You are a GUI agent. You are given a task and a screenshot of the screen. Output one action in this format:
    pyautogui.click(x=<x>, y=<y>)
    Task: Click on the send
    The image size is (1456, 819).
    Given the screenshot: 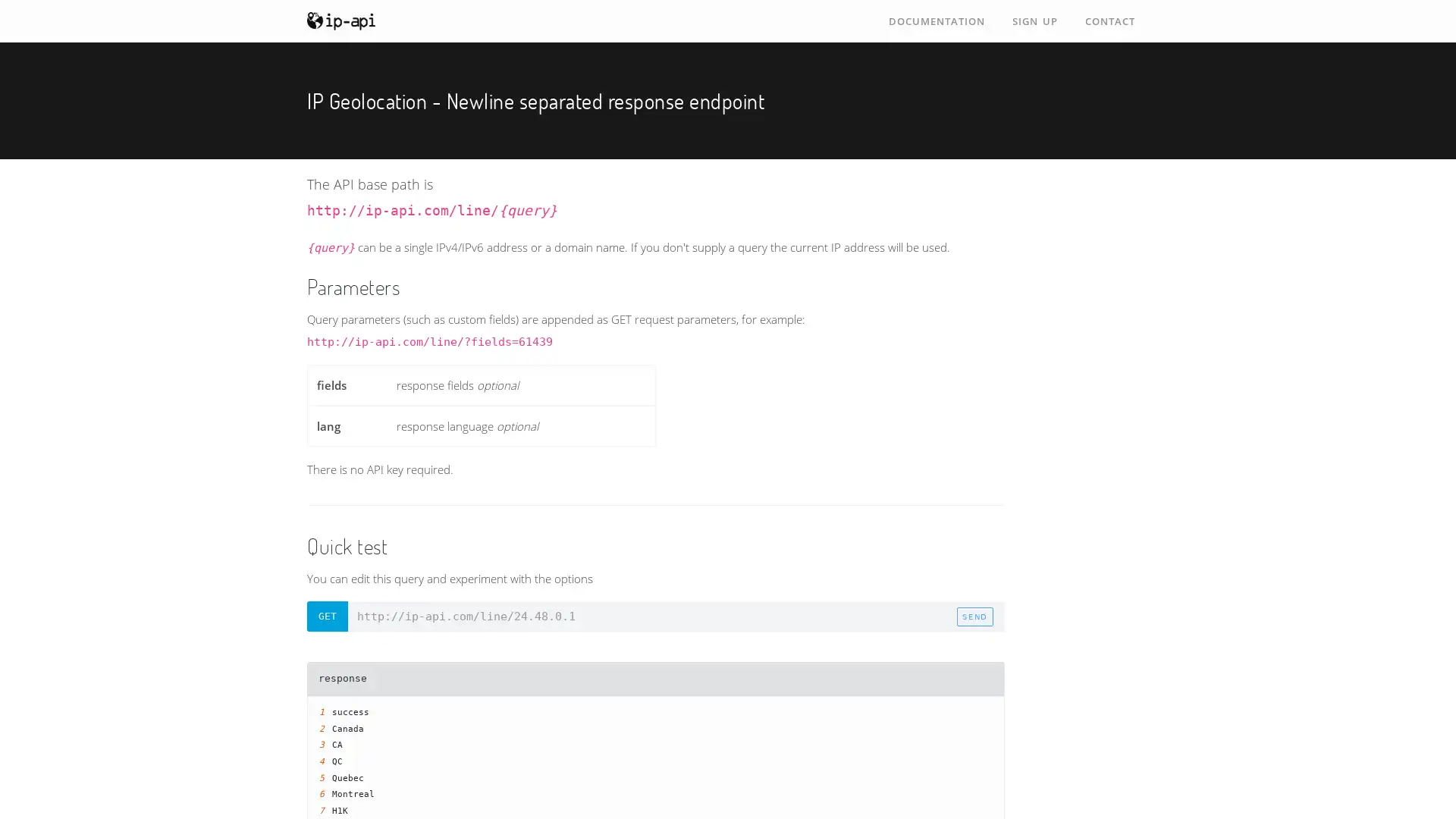 What is the action you would take?
    pyautogui.click(x=974, y=616)
    